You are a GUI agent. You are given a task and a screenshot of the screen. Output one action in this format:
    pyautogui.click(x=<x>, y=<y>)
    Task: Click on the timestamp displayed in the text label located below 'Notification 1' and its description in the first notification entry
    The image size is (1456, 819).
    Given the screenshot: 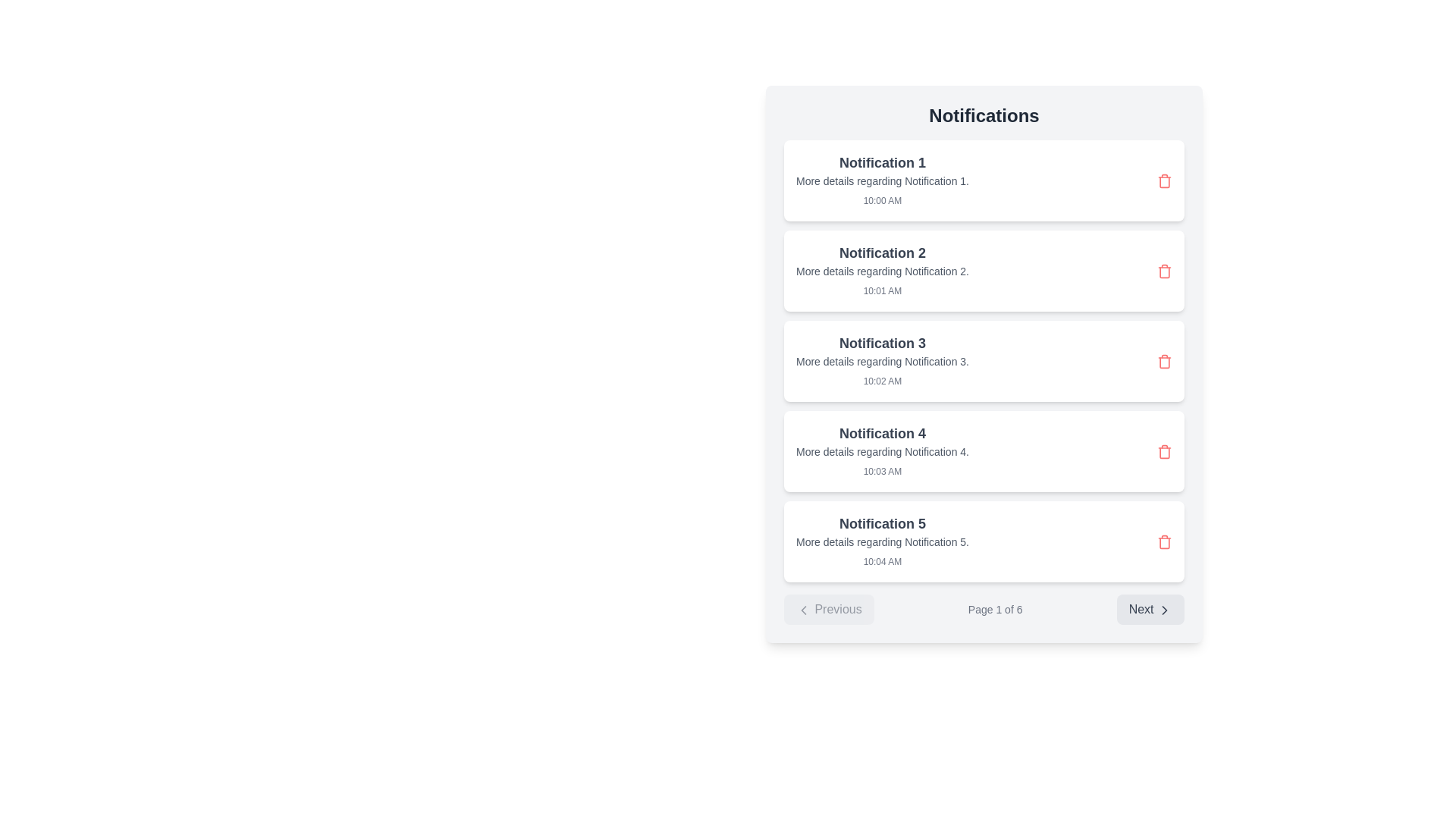 What is the action you would take?
    pyautogui.click(x=883, y=200)
    